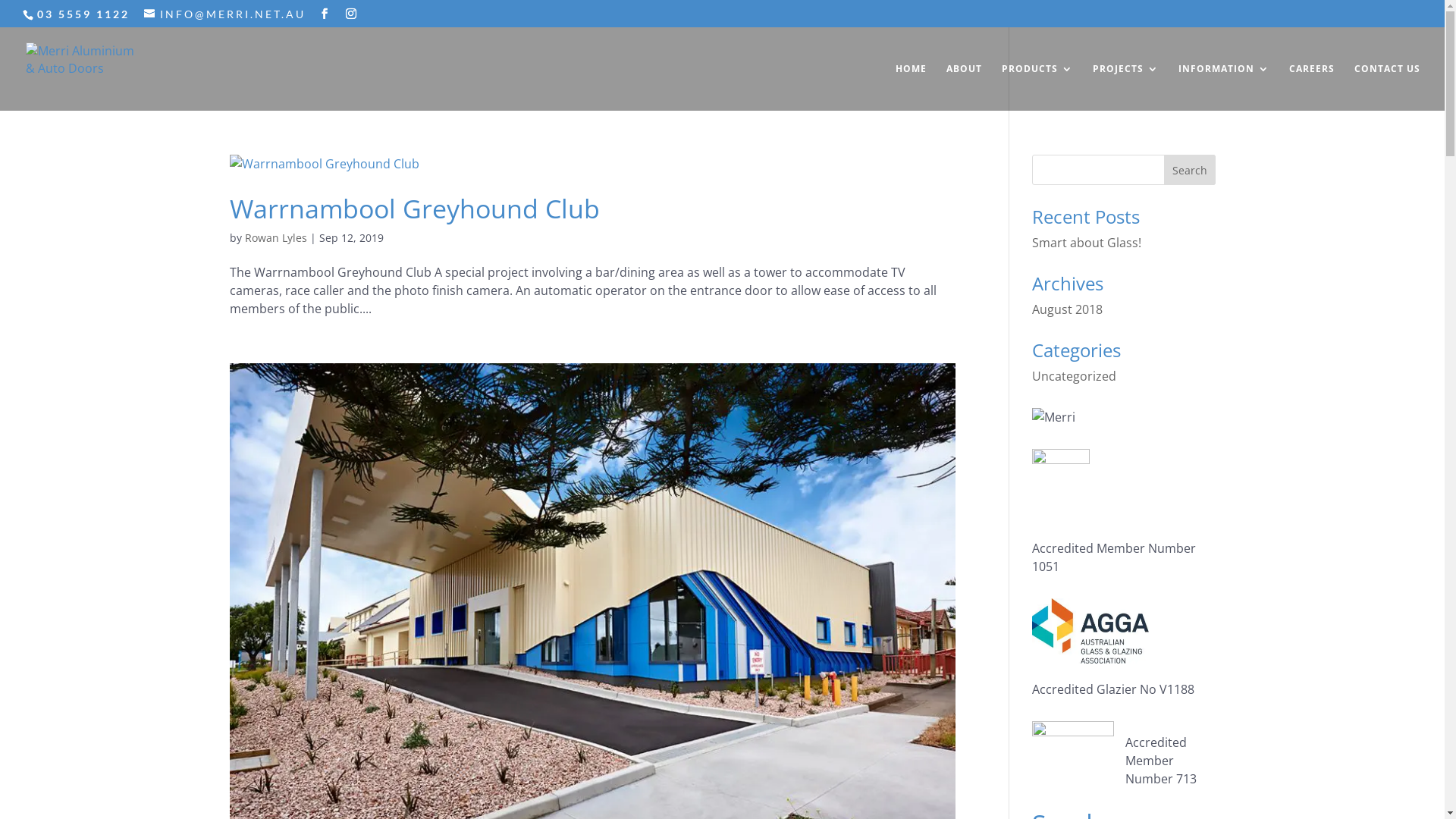 This screenshot has width=1456, height=819. Describe the element at coordinates (1037, 87) in the screenshot. I see `'PRODUCTS'` at that location.